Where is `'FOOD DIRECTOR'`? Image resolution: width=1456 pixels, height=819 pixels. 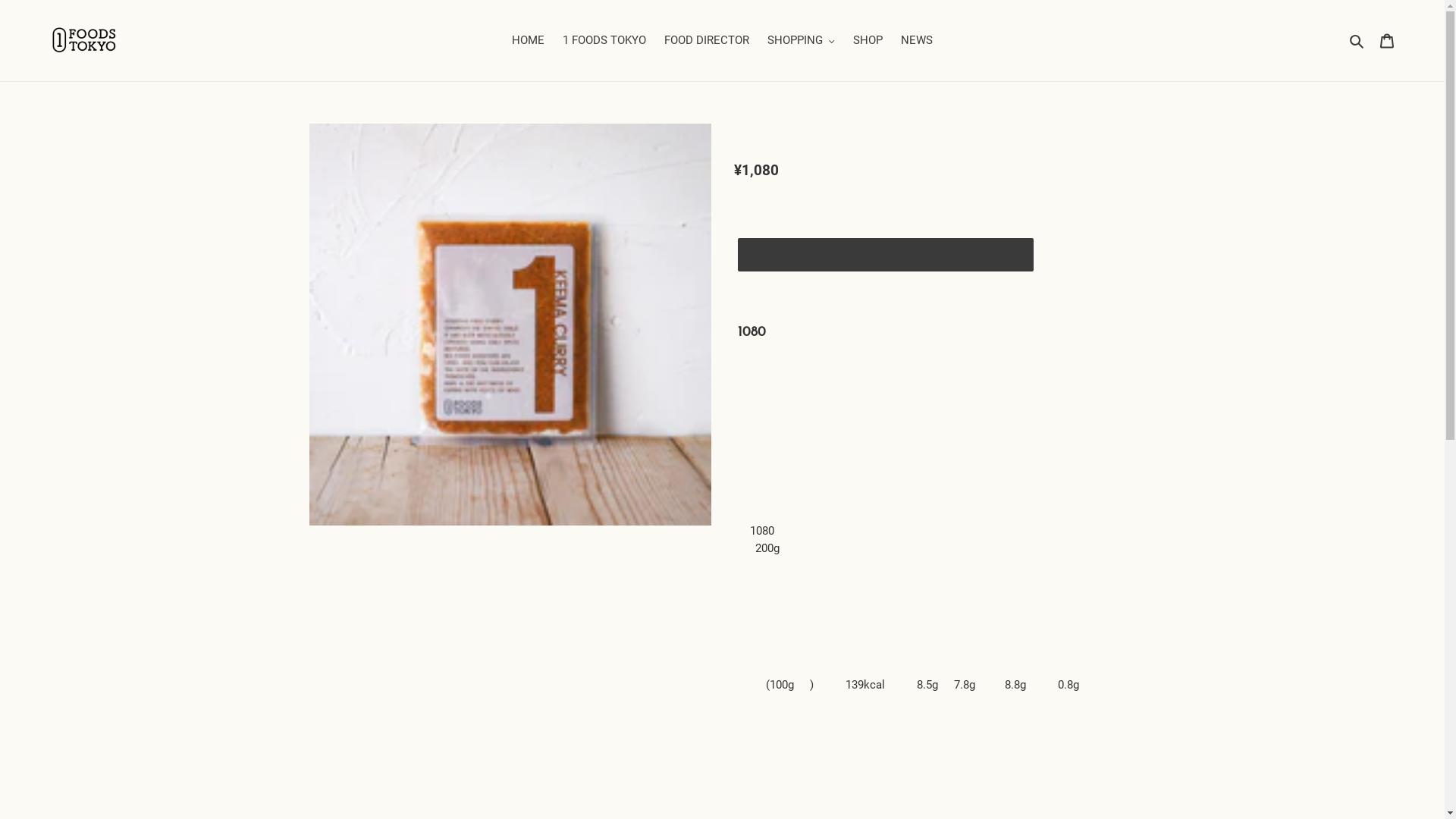 'FOOD DIRECTOR' is located at coordinates (705, 39).